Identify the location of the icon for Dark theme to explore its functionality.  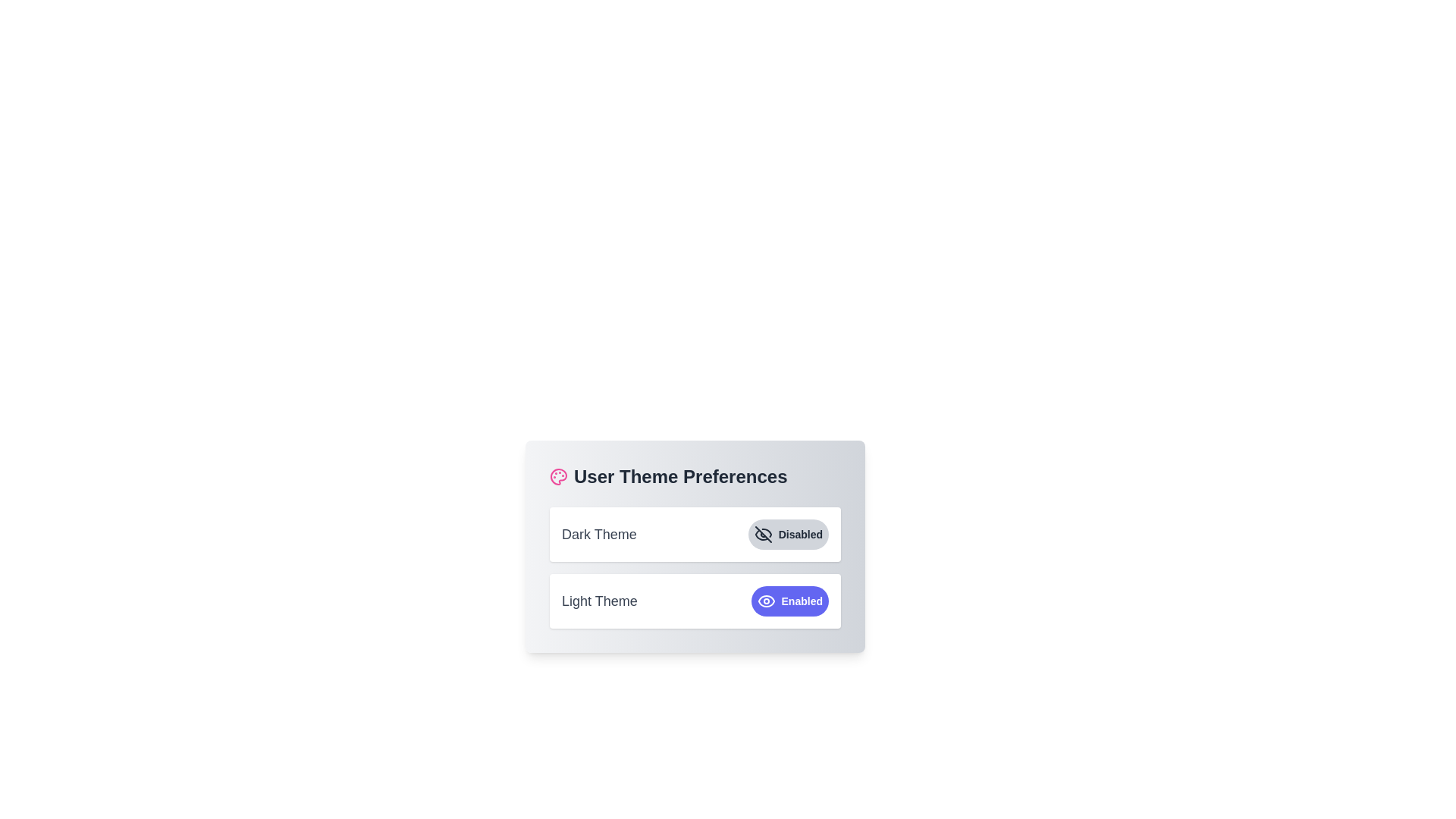
(763, 534).